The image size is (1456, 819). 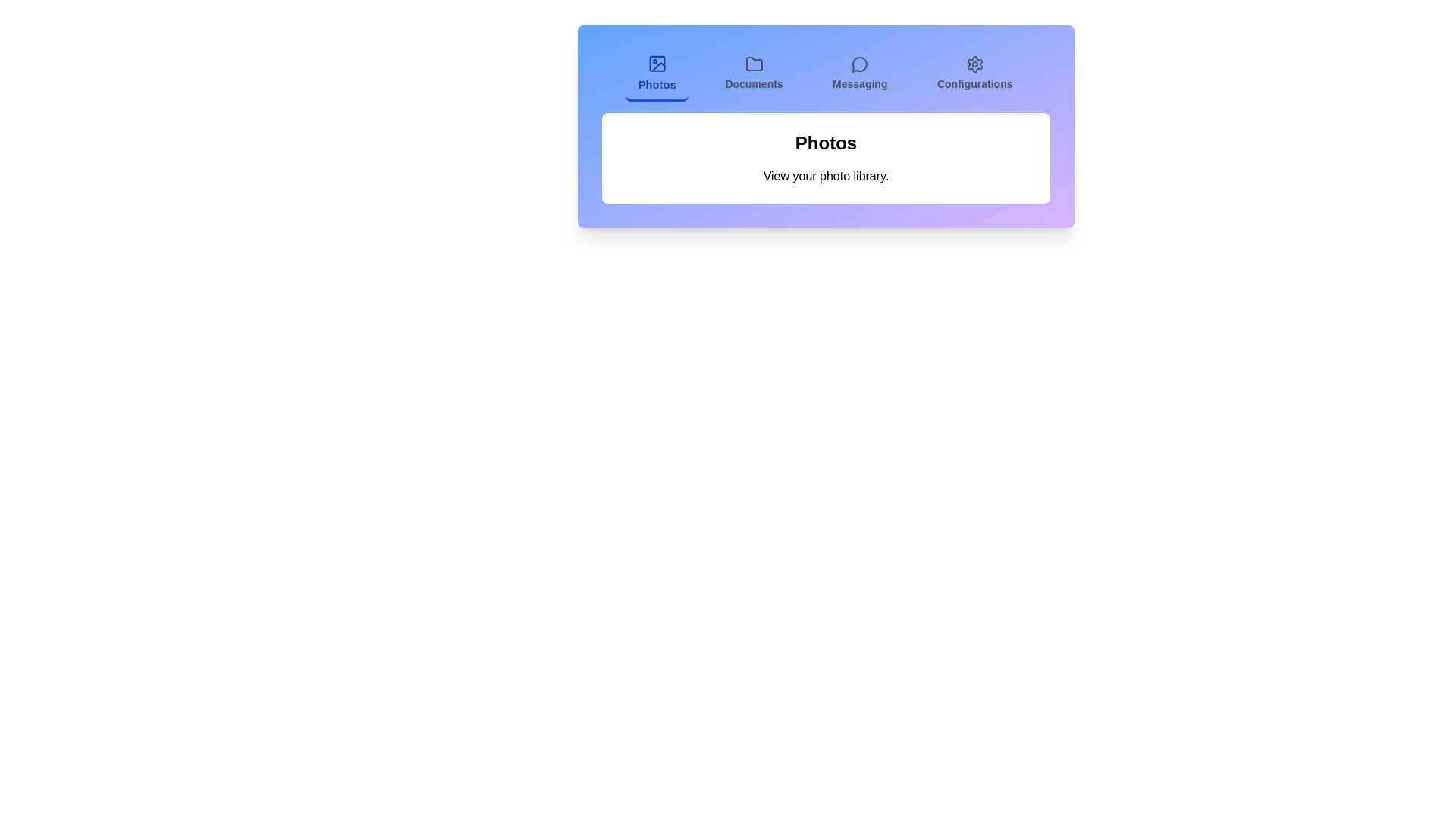 I want to click on the icon of the Photos tab to activate it, so click(x=657, y=63).